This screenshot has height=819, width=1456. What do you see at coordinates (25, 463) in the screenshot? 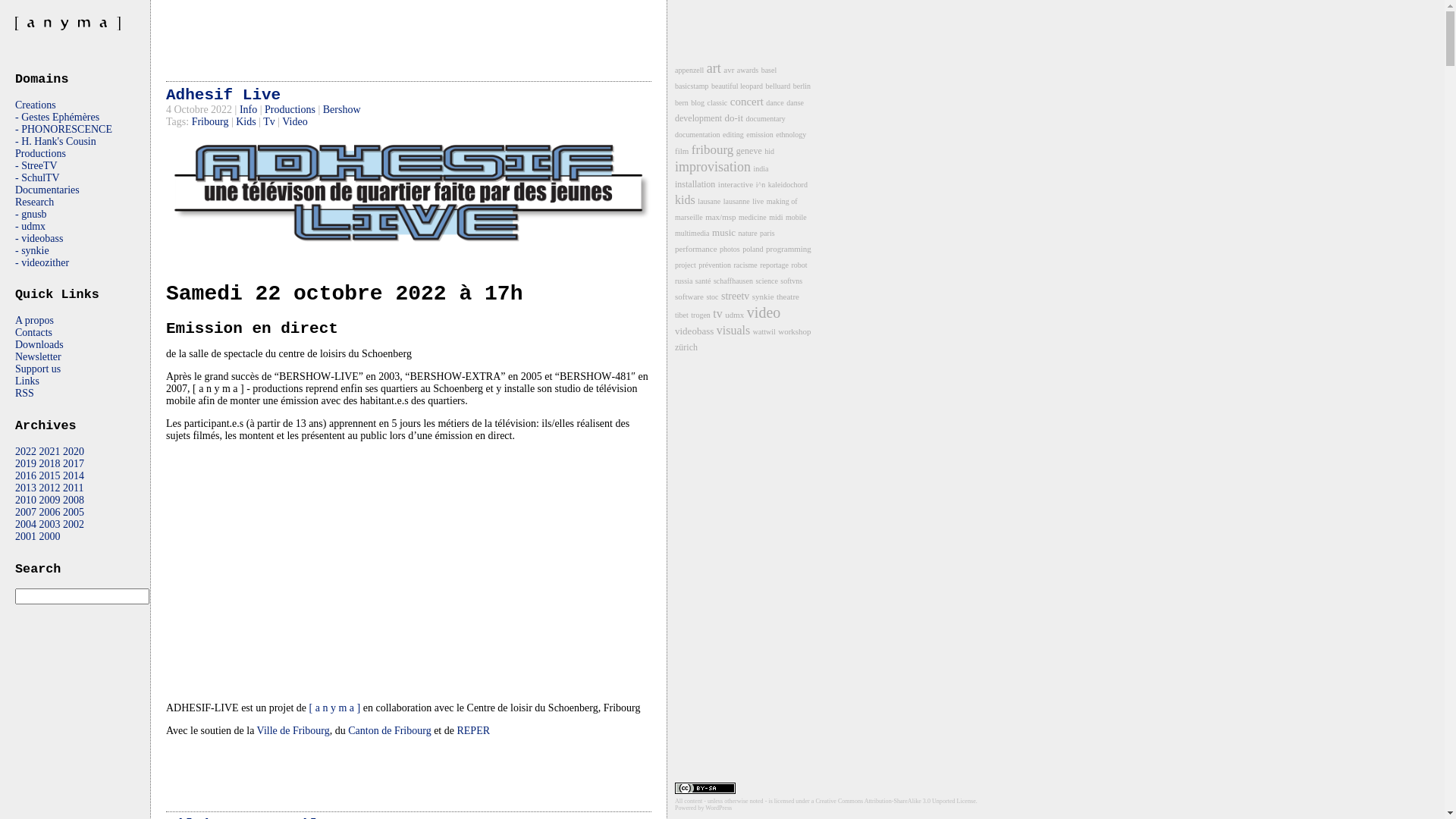
I see `'2019'` at bounding box center [25, 463].